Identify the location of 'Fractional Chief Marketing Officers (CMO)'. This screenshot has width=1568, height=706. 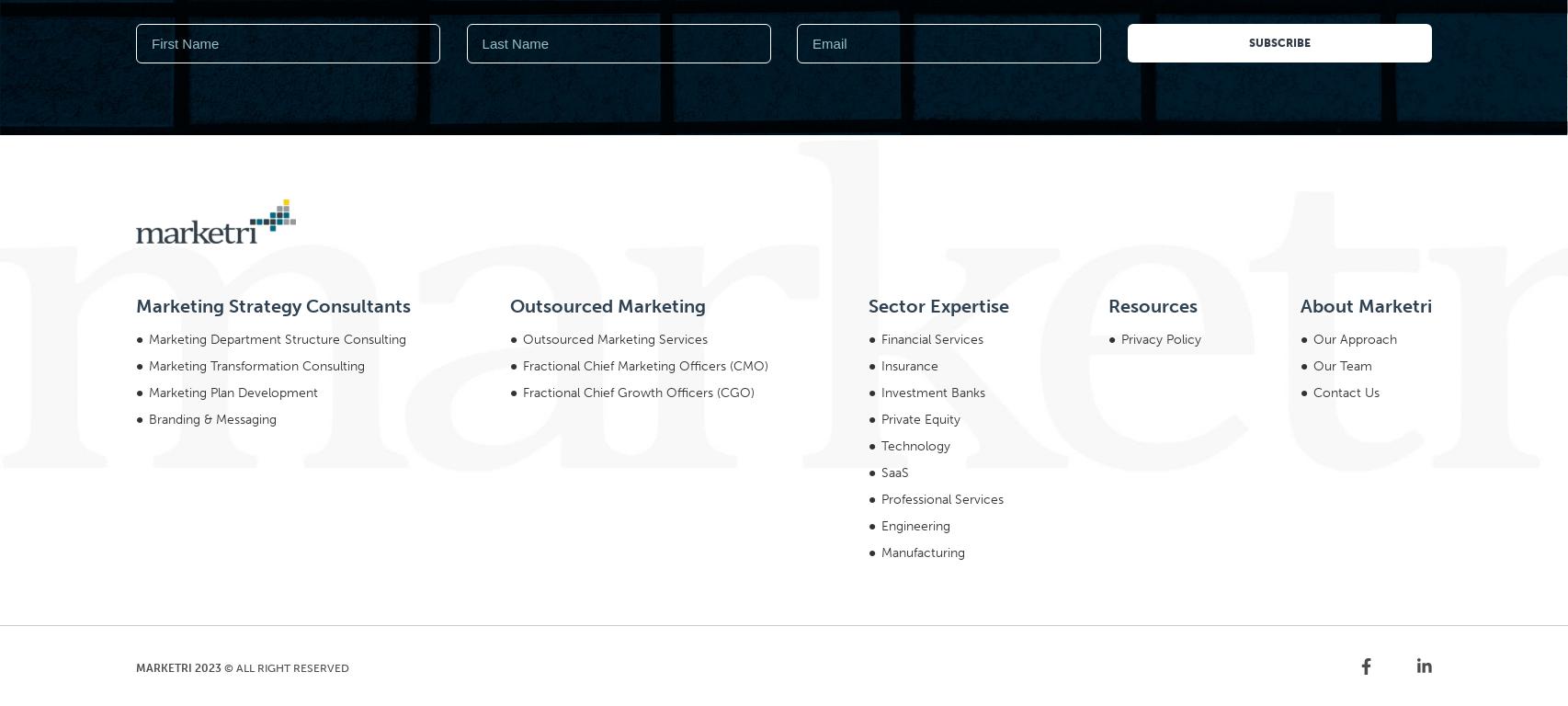
(644, 115).